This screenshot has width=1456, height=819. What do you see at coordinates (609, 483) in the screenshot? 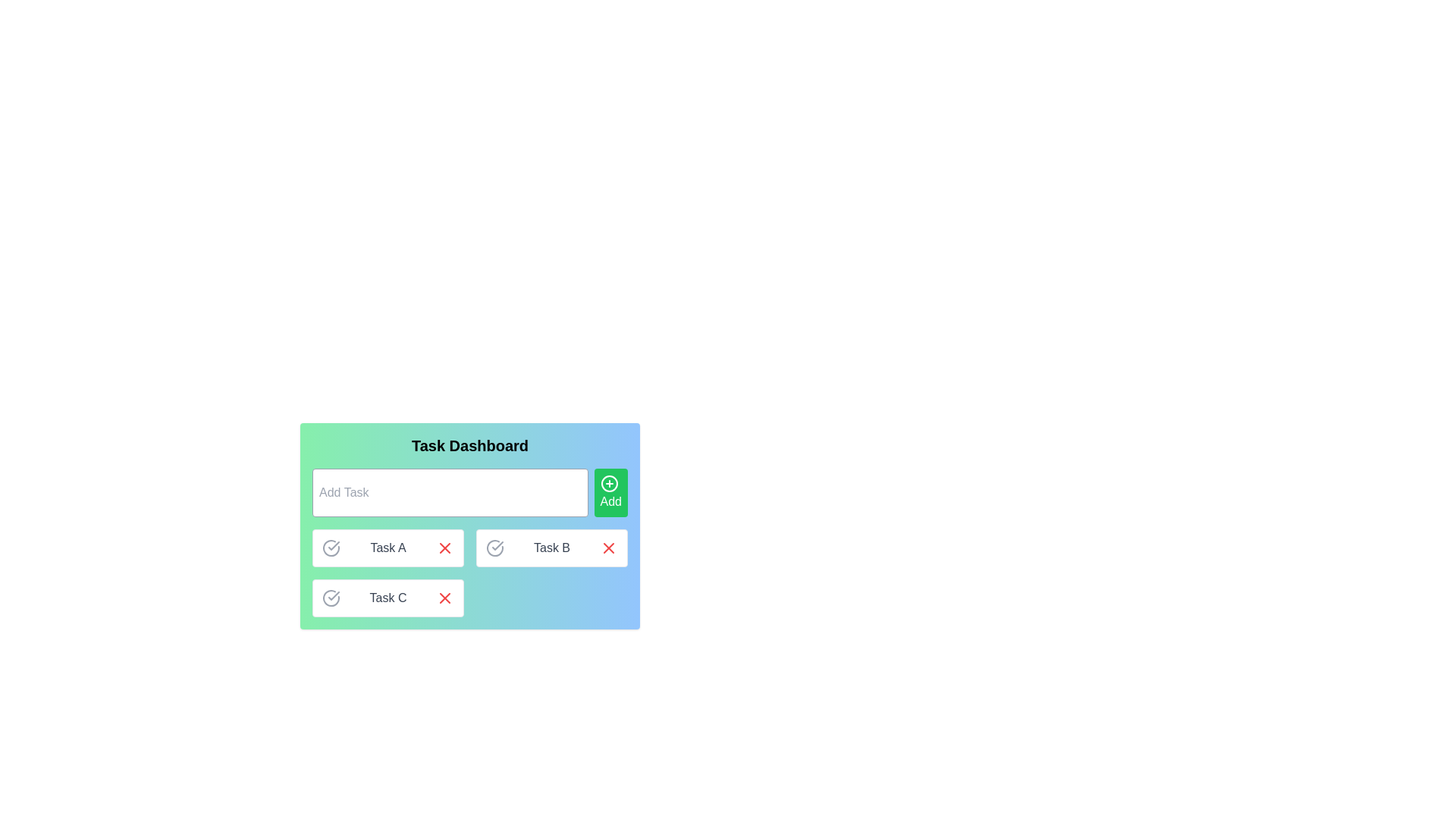
I see `the SVG circle element that is part of the 'Add' button icon located in the top right corner of the Task Dashboard interface` at bounding box center [609, 483].